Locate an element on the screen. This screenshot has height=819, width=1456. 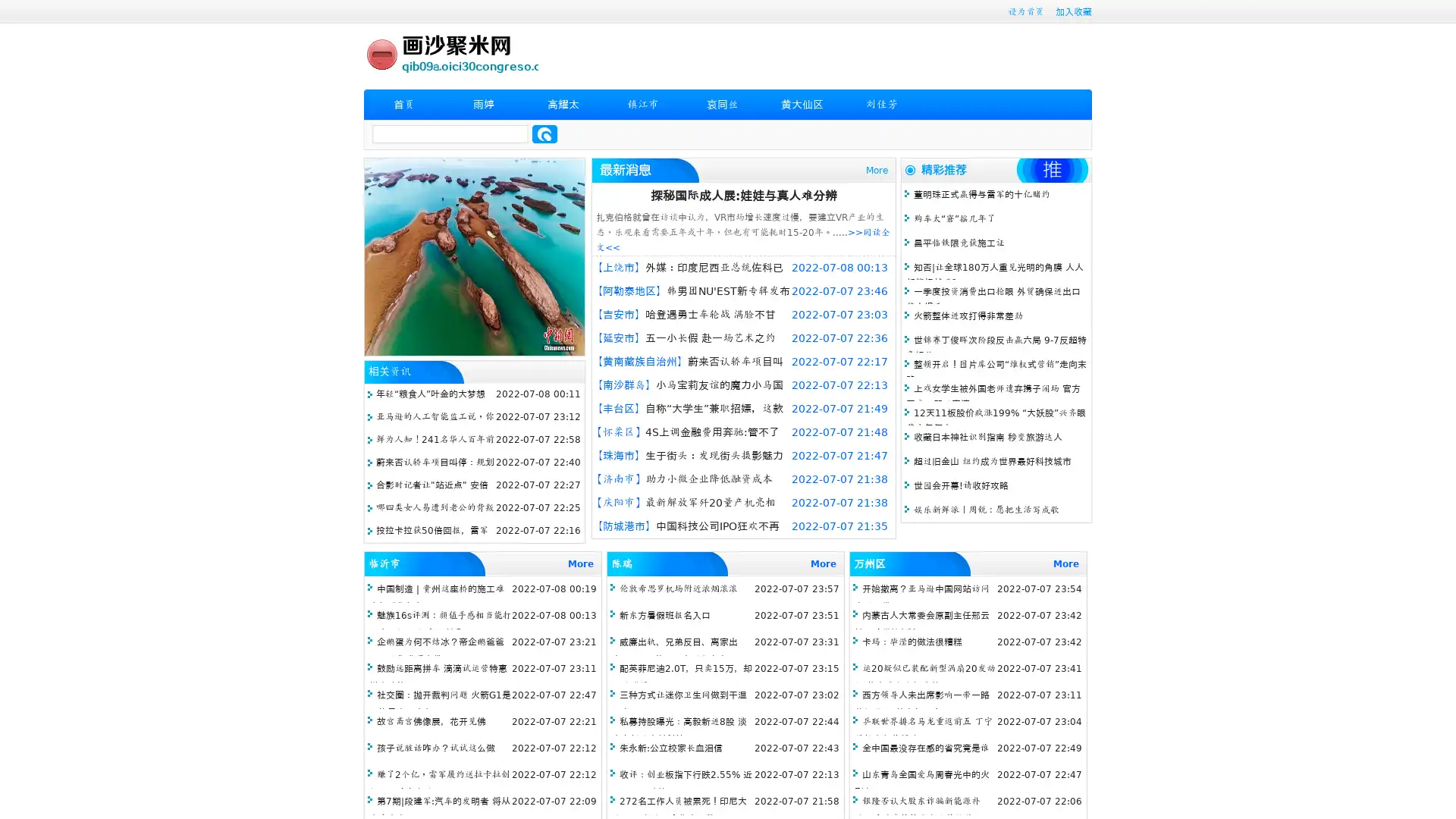
Search is located at coordinates (544, 133).